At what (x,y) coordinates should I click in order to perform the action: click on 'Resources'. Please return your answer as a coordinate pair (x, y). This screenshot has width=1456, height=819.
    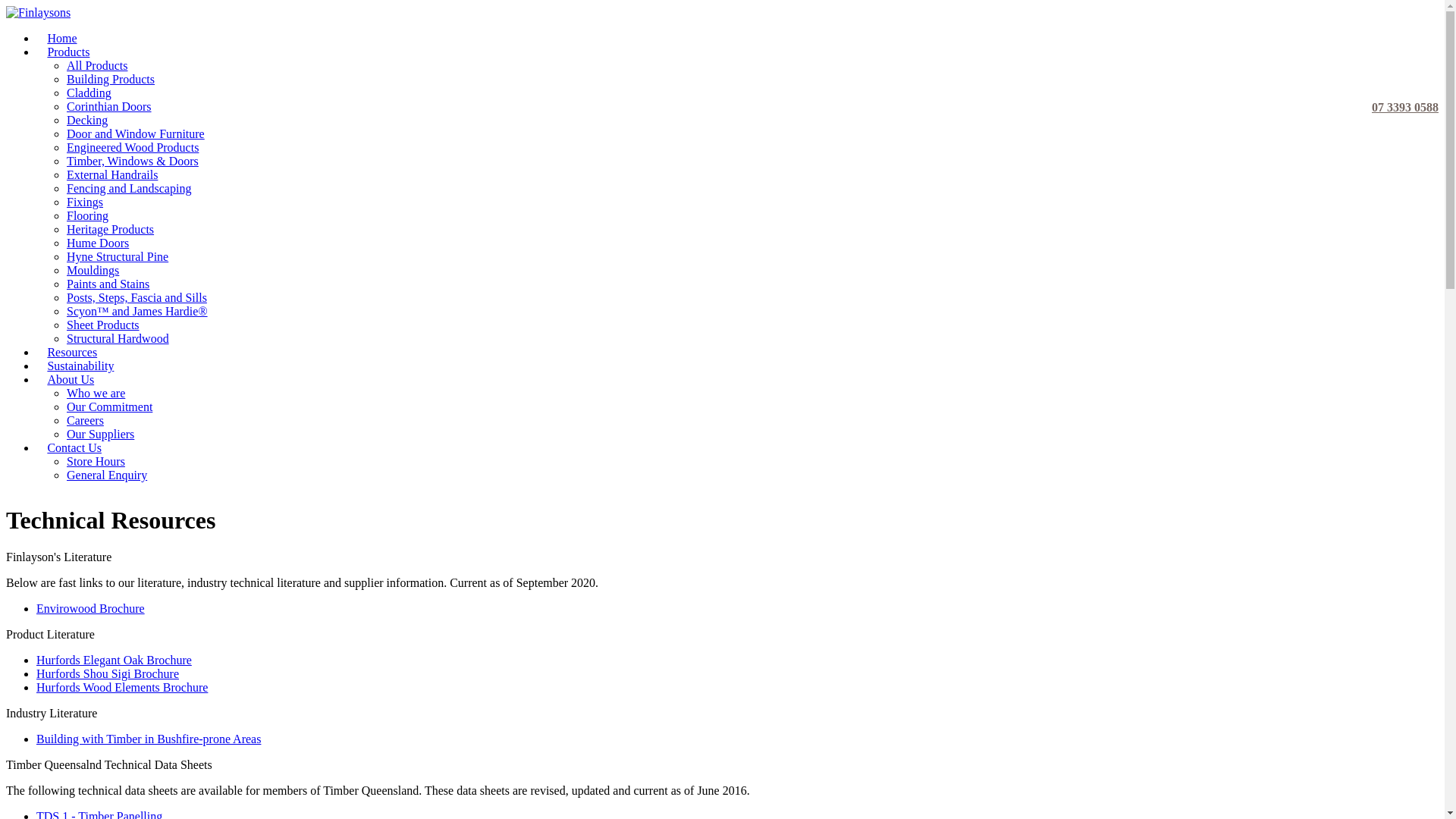
    Looking at the image, I should click on (71, 352).